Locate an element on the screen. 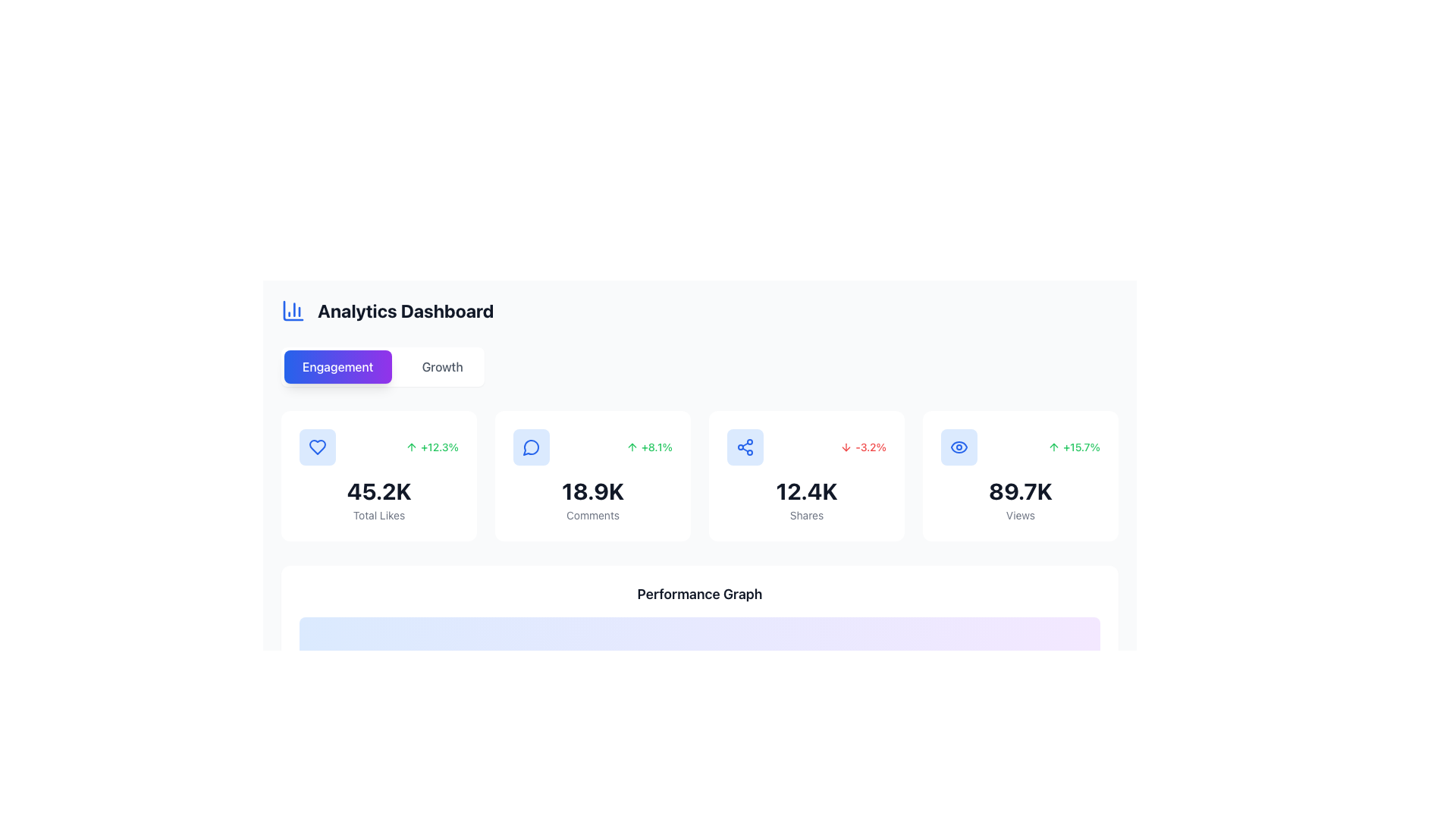 Image resolution: width=1456 pixels, height=819 pixels. displayed value '12.4K' from the central text display located in the 'Shares' card, which is prominently visible in a large, bold font within a white card-like section is located at coordinates (806, 491).